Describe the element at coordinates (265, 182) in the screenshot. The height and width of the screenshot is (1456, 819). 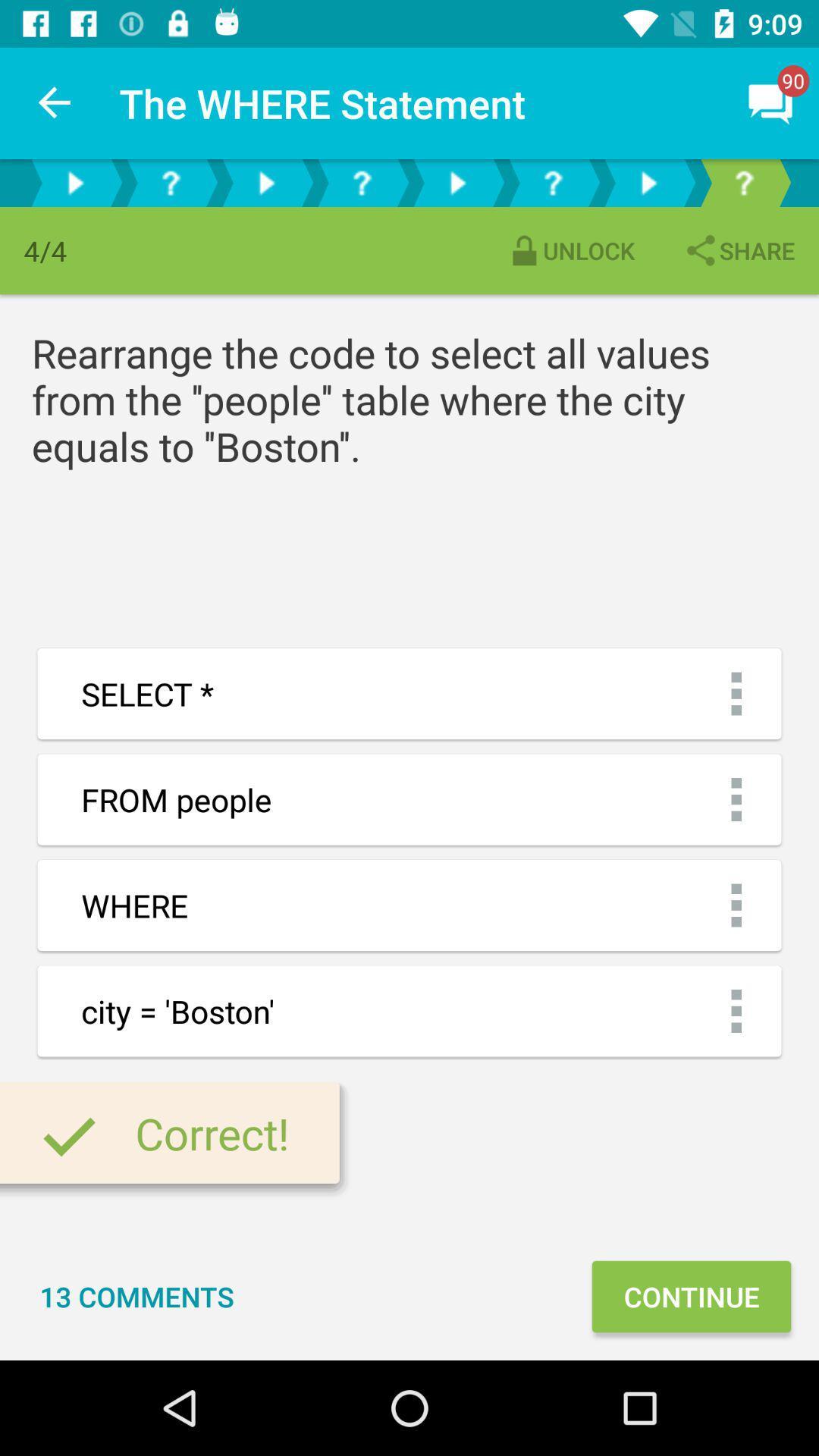
I see `next page` at that location.